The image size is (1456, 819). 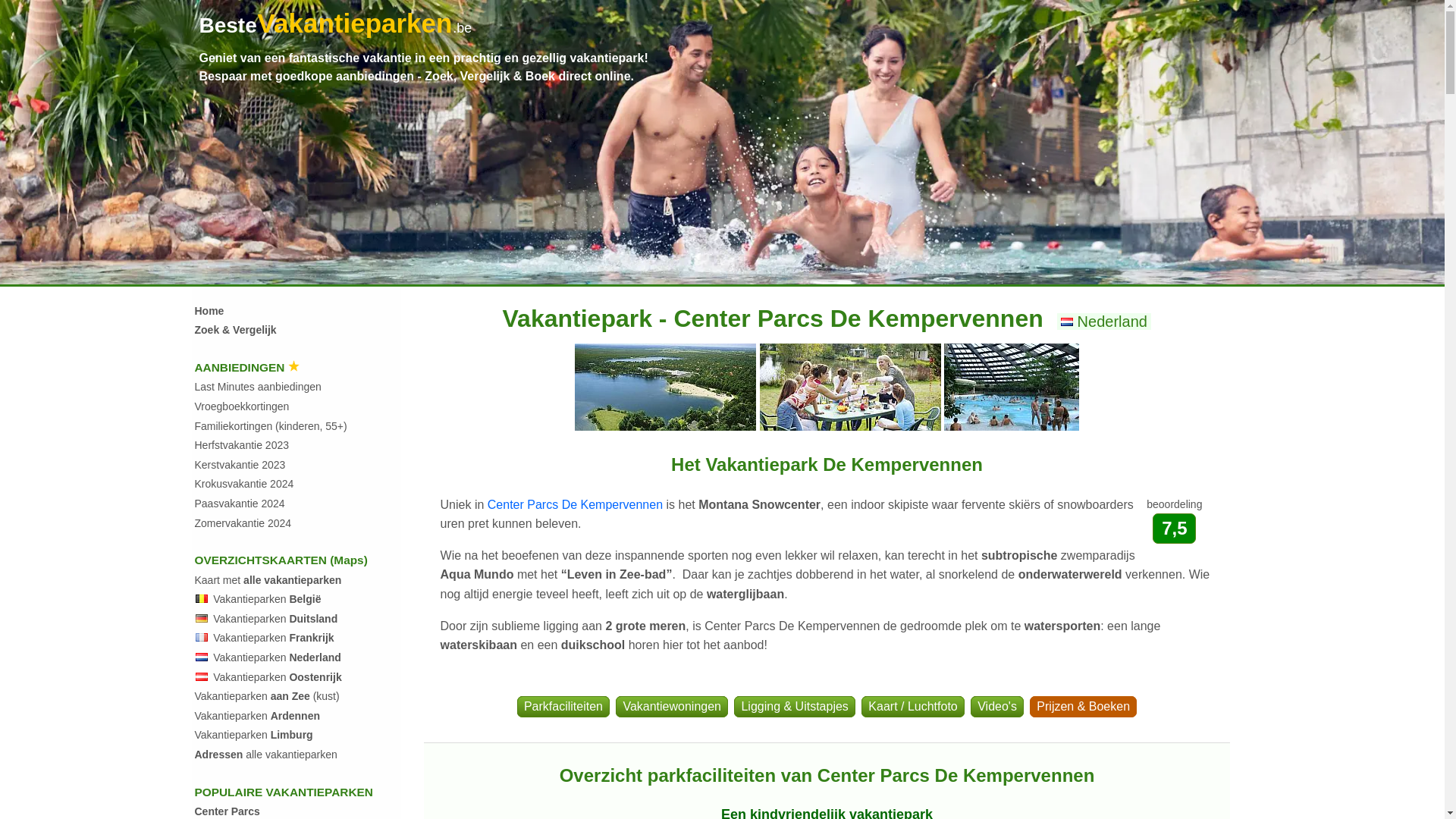 What do you see at coordinates (273, 637) in the screenshot?
I see `'Vakantieparken Frankrijk'` at bounding box center [273, 637].